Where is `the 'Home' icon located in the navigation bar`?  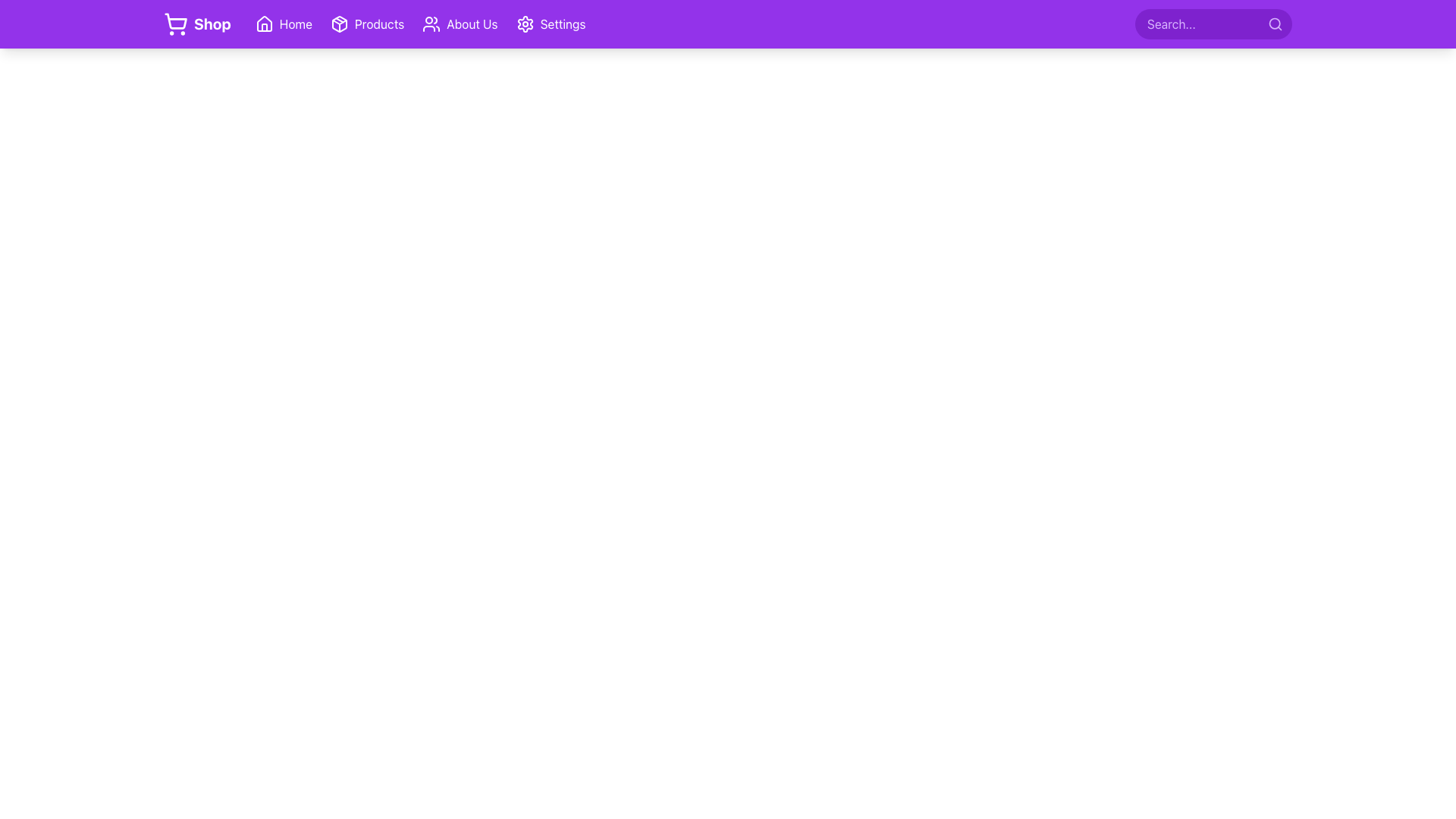 the 'Home' icon located in the navigation bar is located at coordinates (264, 24).